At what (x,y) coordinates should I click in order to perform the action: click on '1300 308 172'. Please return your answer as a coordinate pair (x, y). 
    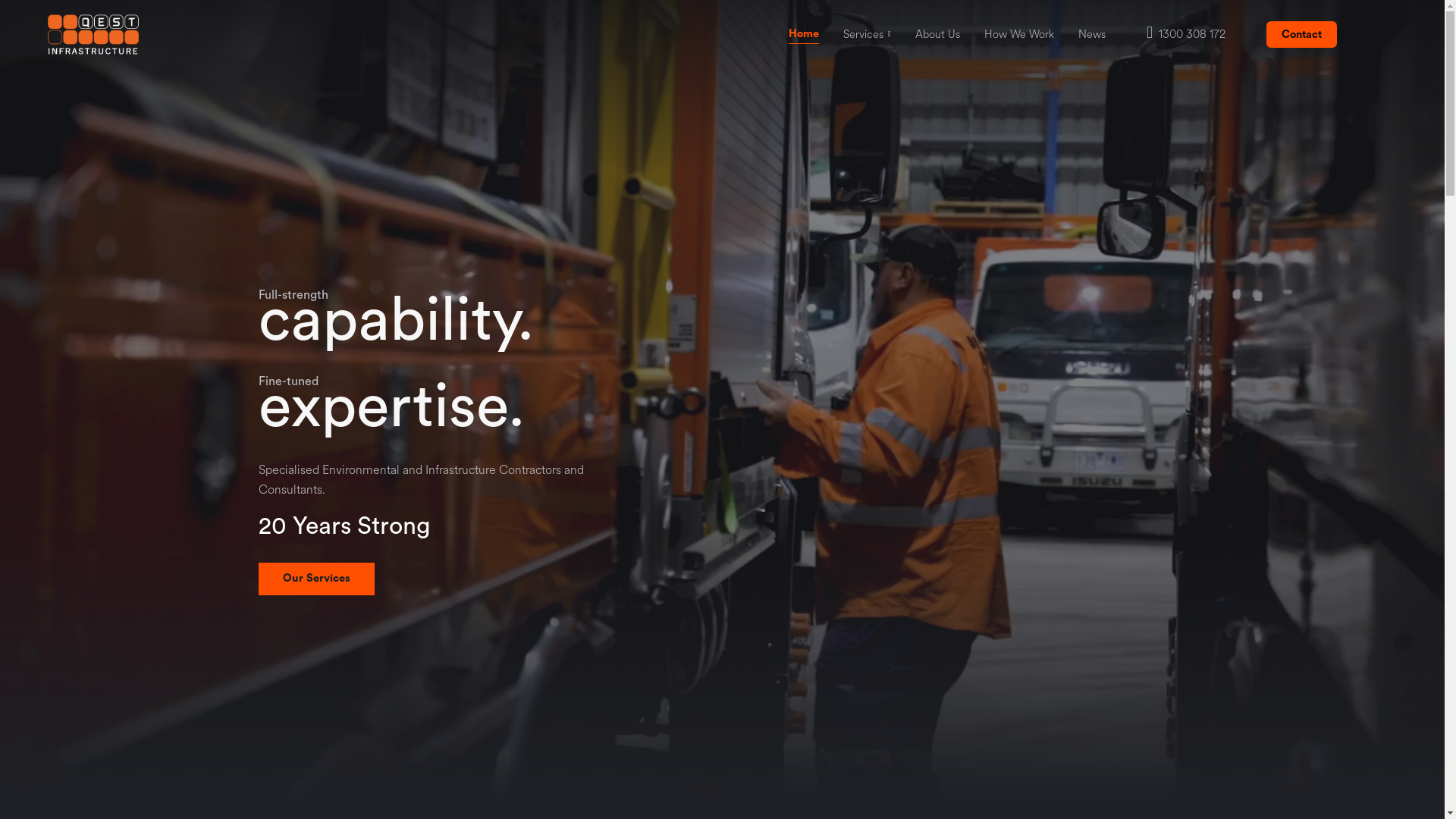
    Looking at the image, I should click on (1147, 34).